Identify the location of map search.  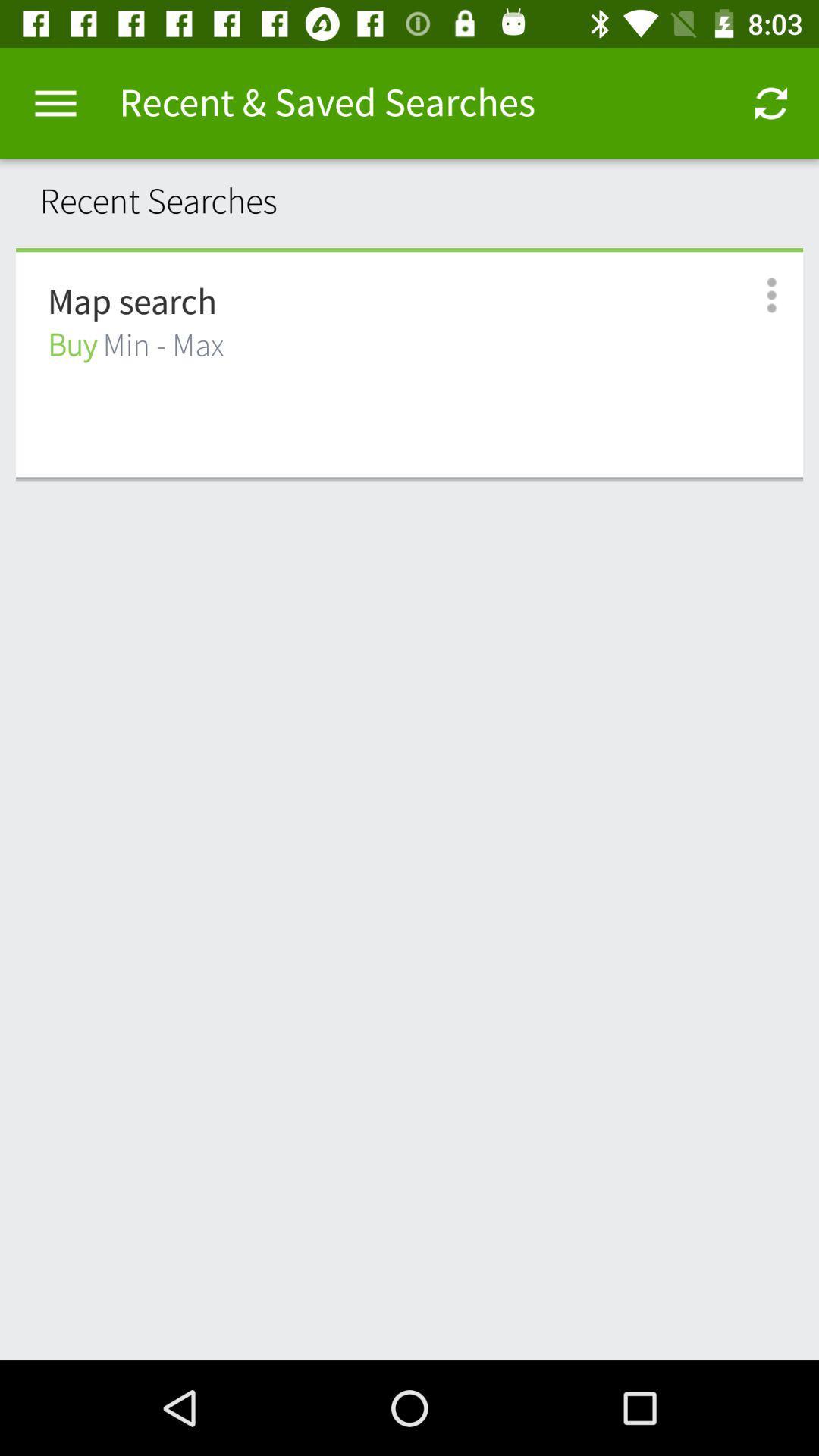
(131, 303).